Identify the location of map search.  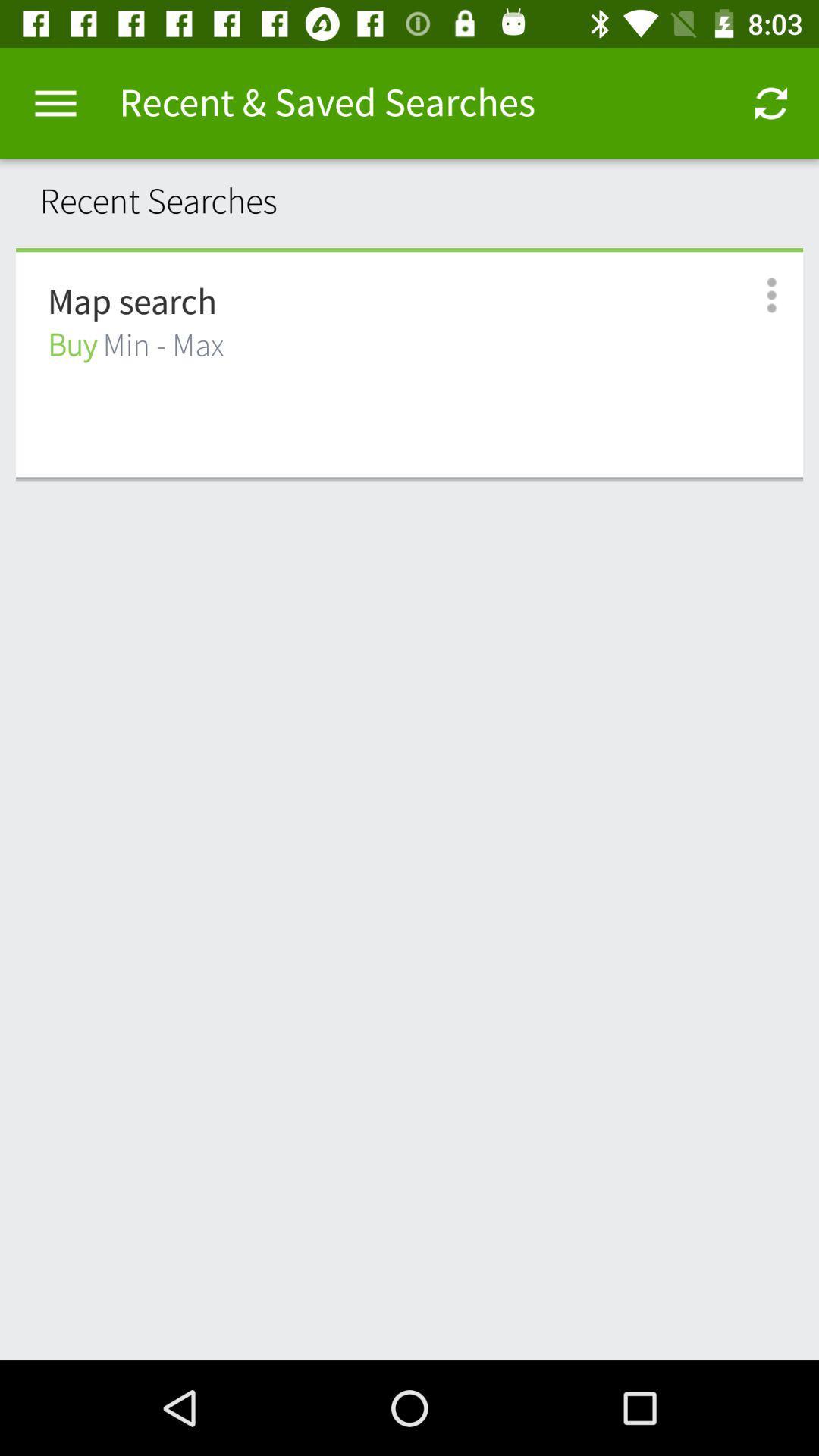
(131, 303).